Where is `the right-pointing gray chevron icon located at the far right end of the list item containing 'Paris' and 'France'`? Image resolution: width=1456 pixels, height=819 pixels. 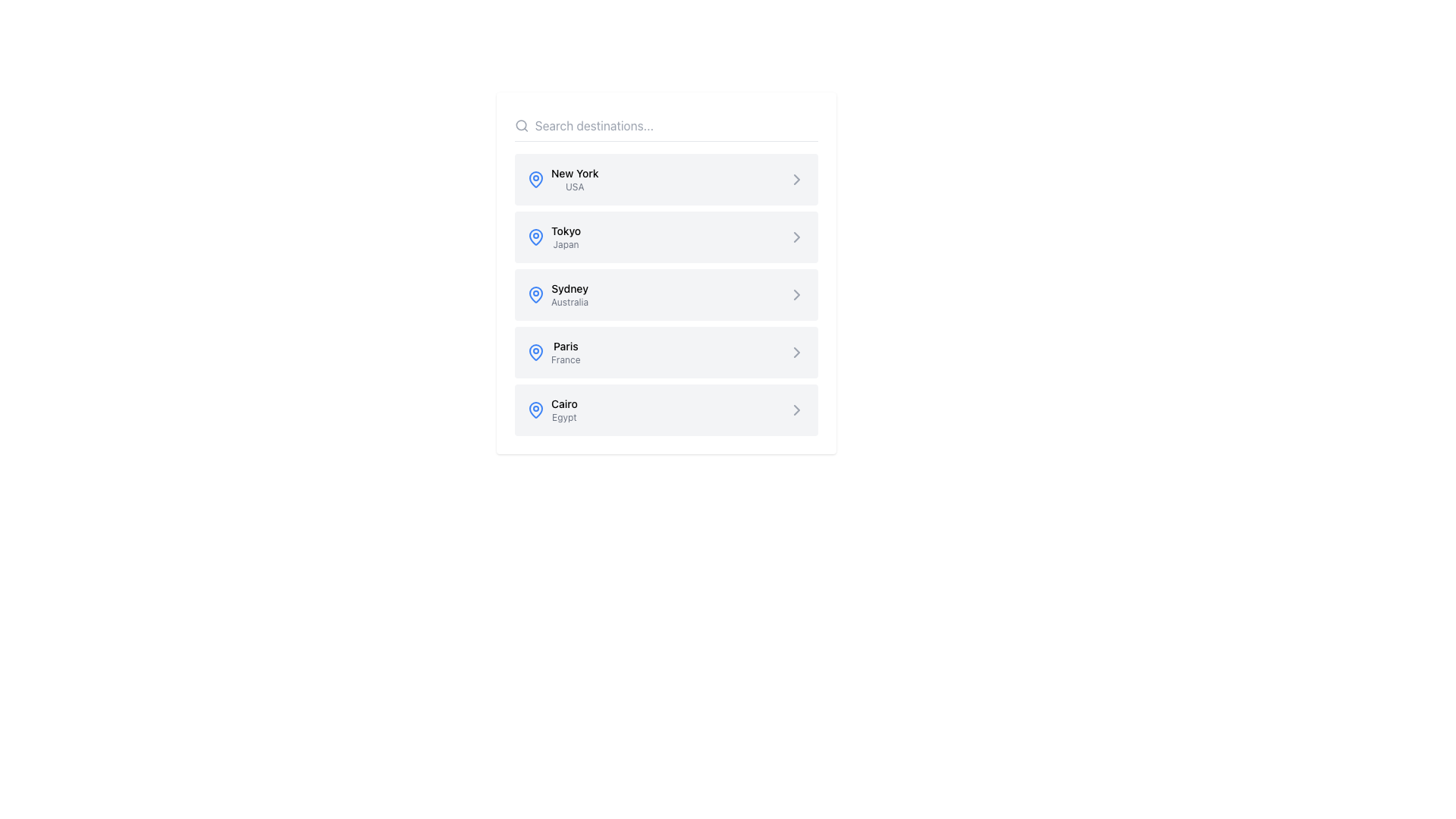 the right-pointing gray chevron icon located at the far right end of the list item containing 'Paris' and 'France' is located at coordinates (796, 353).